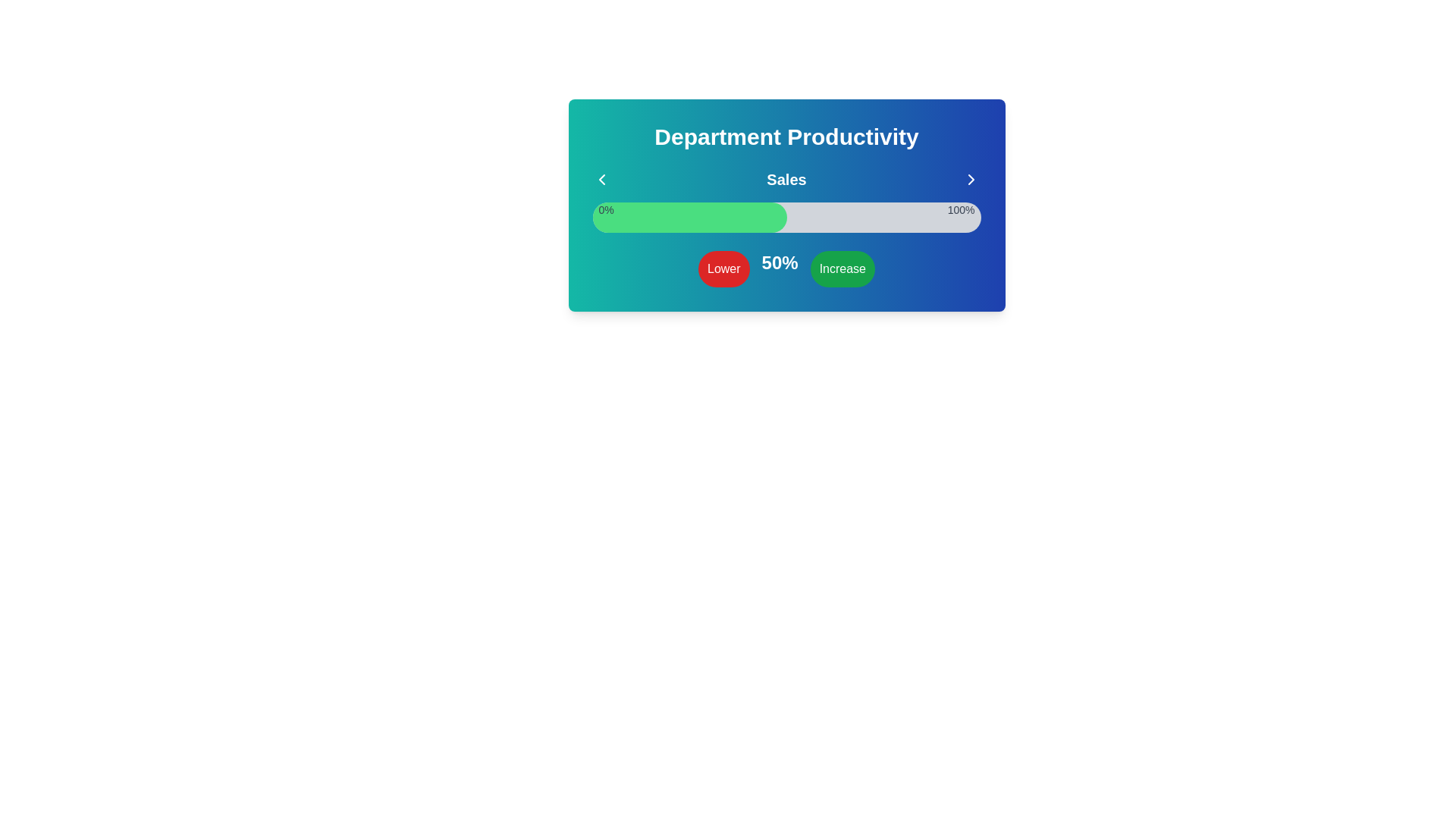  What do you see at coordinates (723, 268) in the screenshot?
I see `the 'Lower' button, which is the leftmost button among three adjacent buttons ('Lower', '50%', 'Increase') located below the 'Sales' progress bar` at bounding box center [723, 268].